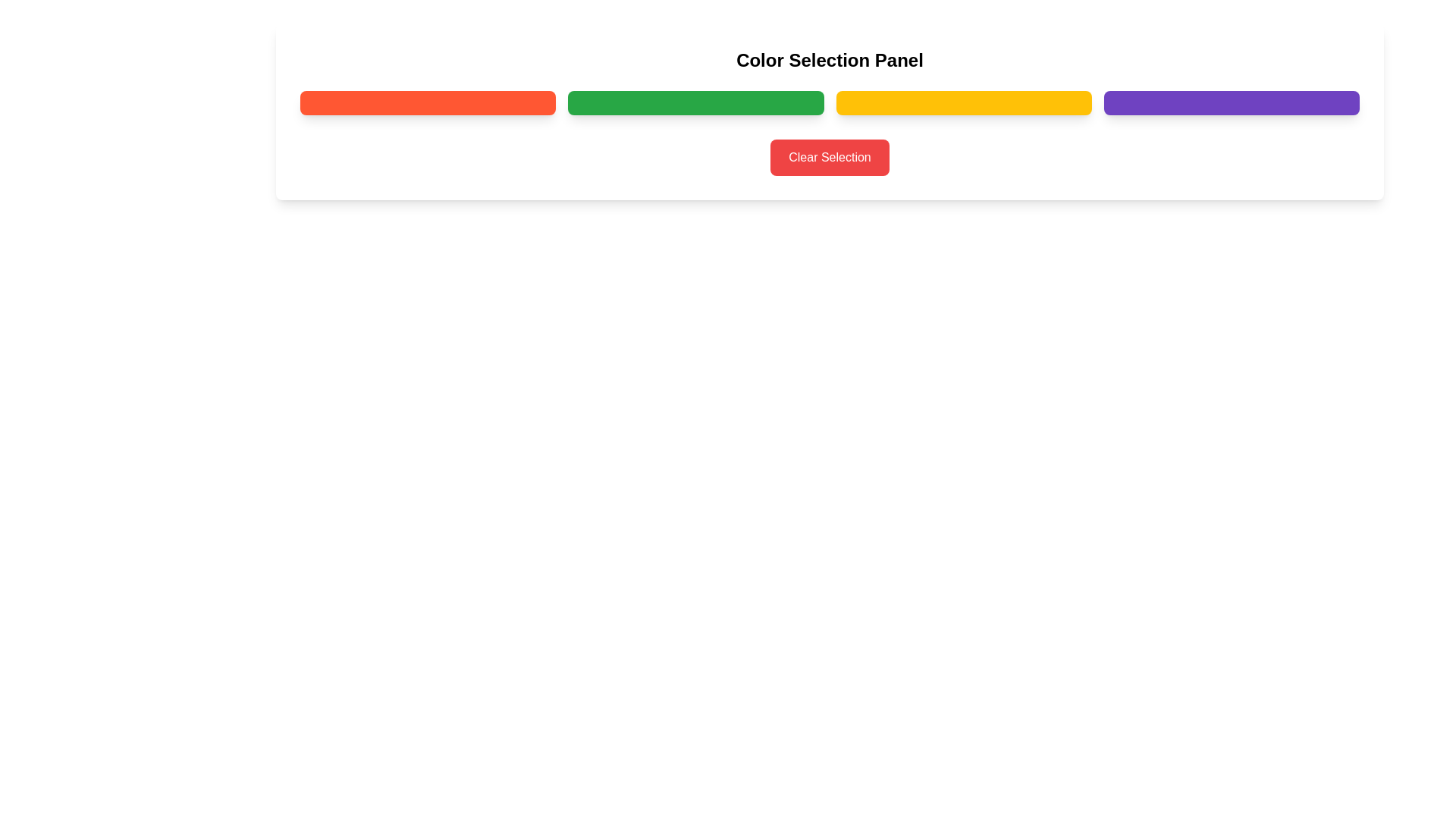 This screenshot has height=819, width=1456. I want to click on the button located centrally below the colored boxes in the Color Selection Panel to clear the current selection, so click(829, 158).